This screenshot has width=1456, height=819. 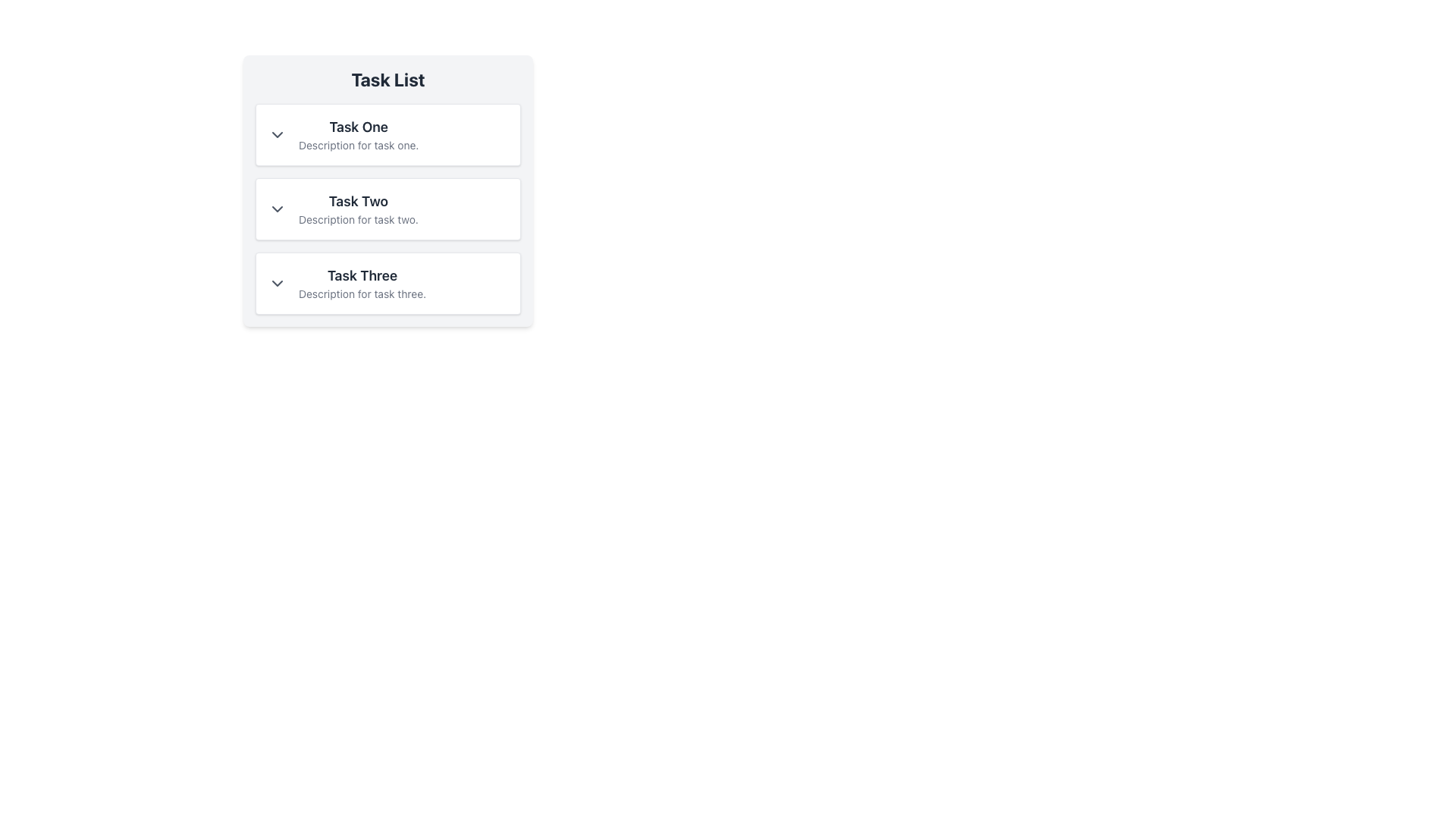 I want to click on description of the text display element titled 'Task Two' which contains the subtitle 'Description for task two.', so click(x=357, y=209).